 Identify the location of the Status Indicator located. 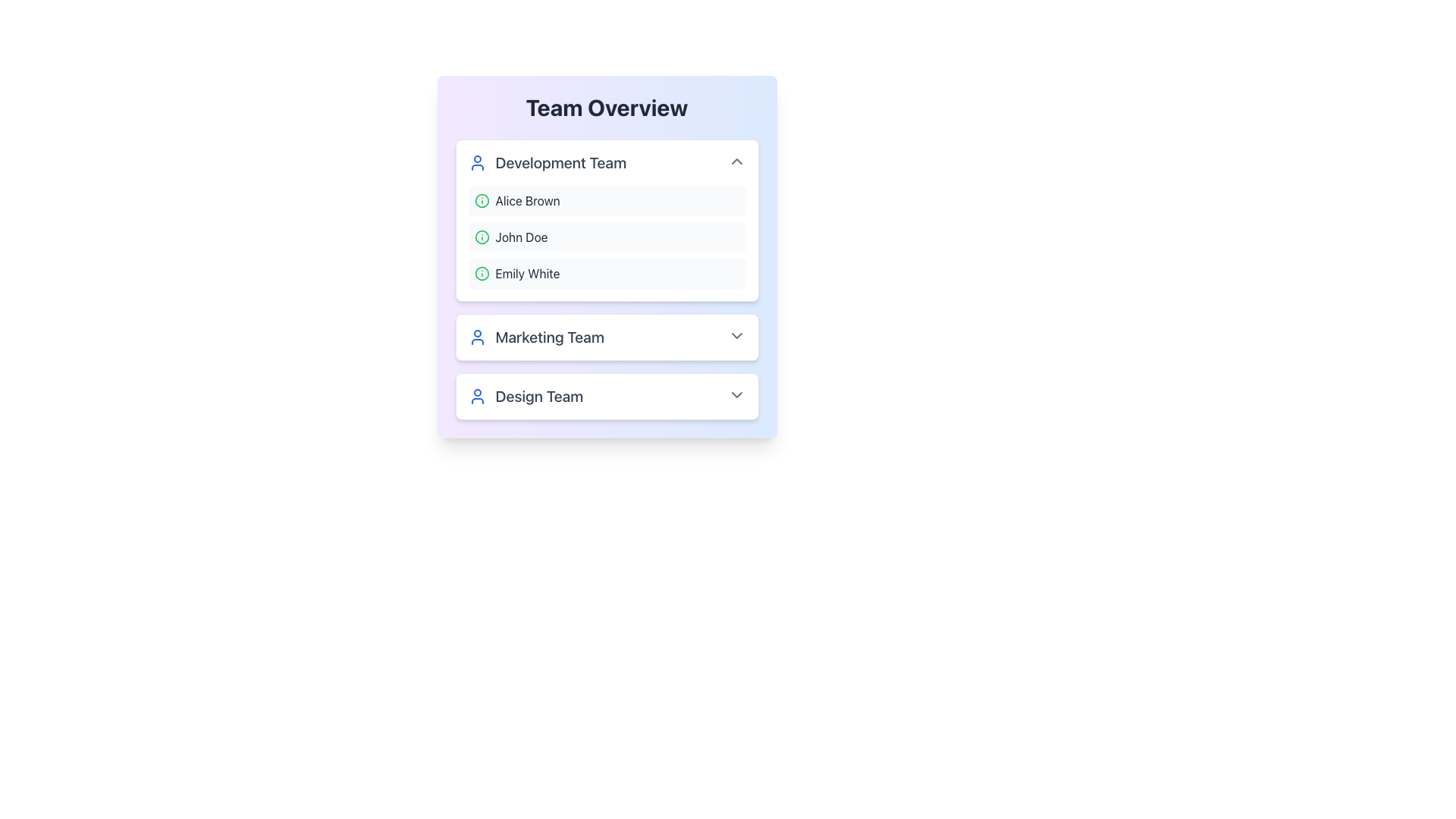
(481, 237).